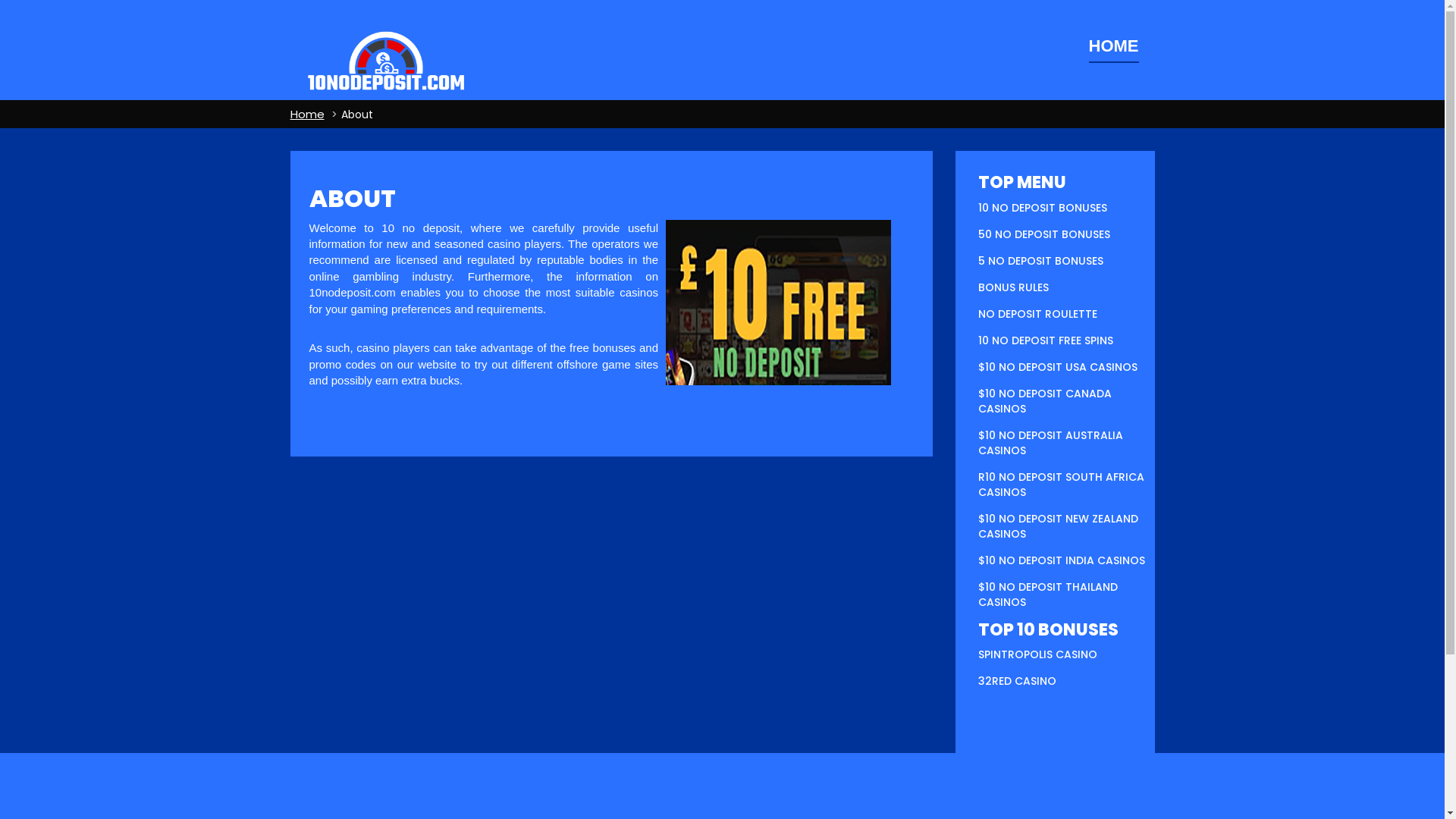  I want to click on 'NO DEPOSIT ROULETTE', so click(1037, 312).